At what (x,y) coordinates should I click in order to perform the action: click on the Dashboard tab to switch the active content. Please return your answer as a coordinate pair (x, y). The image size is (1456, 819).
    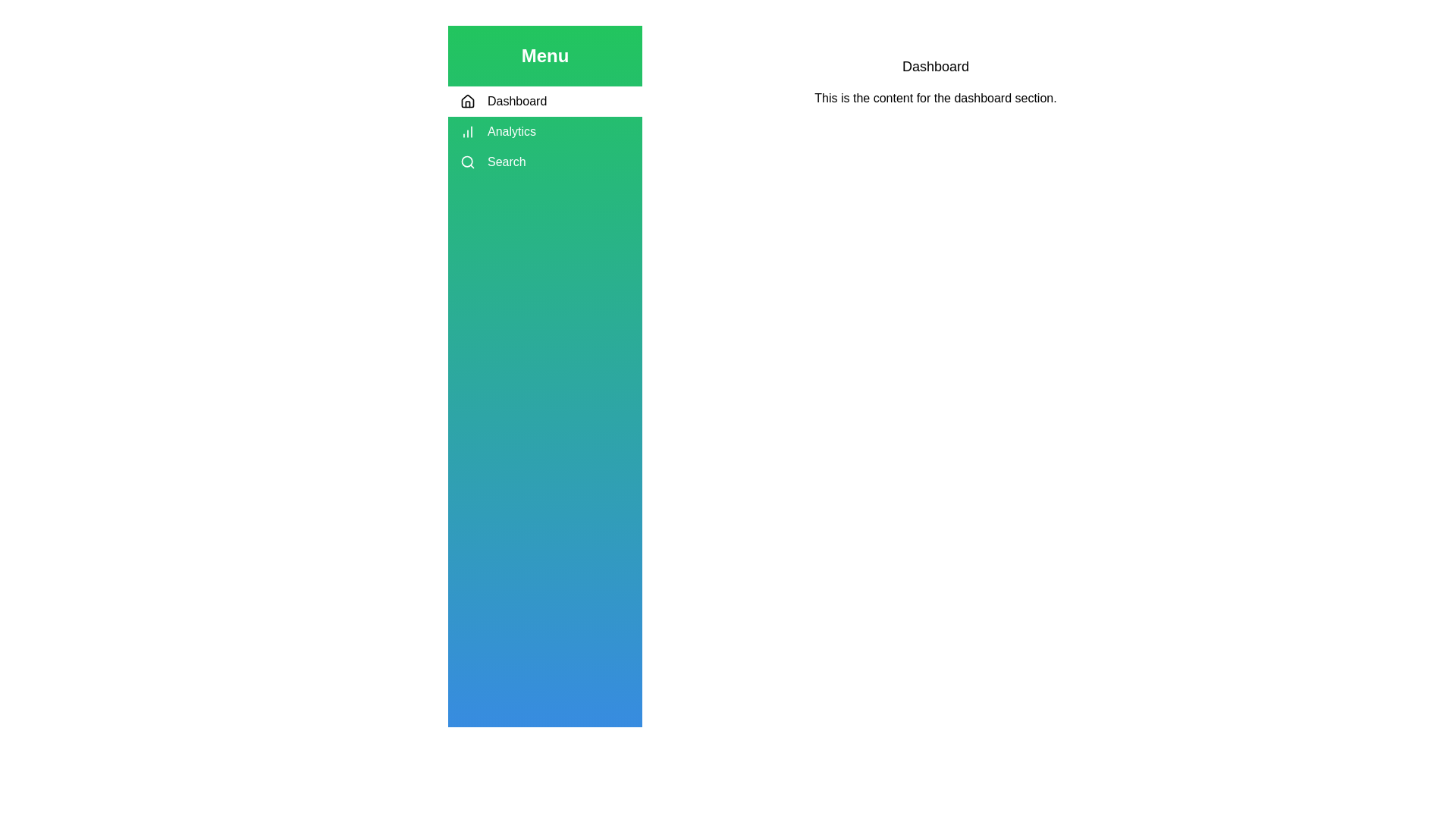
    Looking at the image, I should click on (545, 102).